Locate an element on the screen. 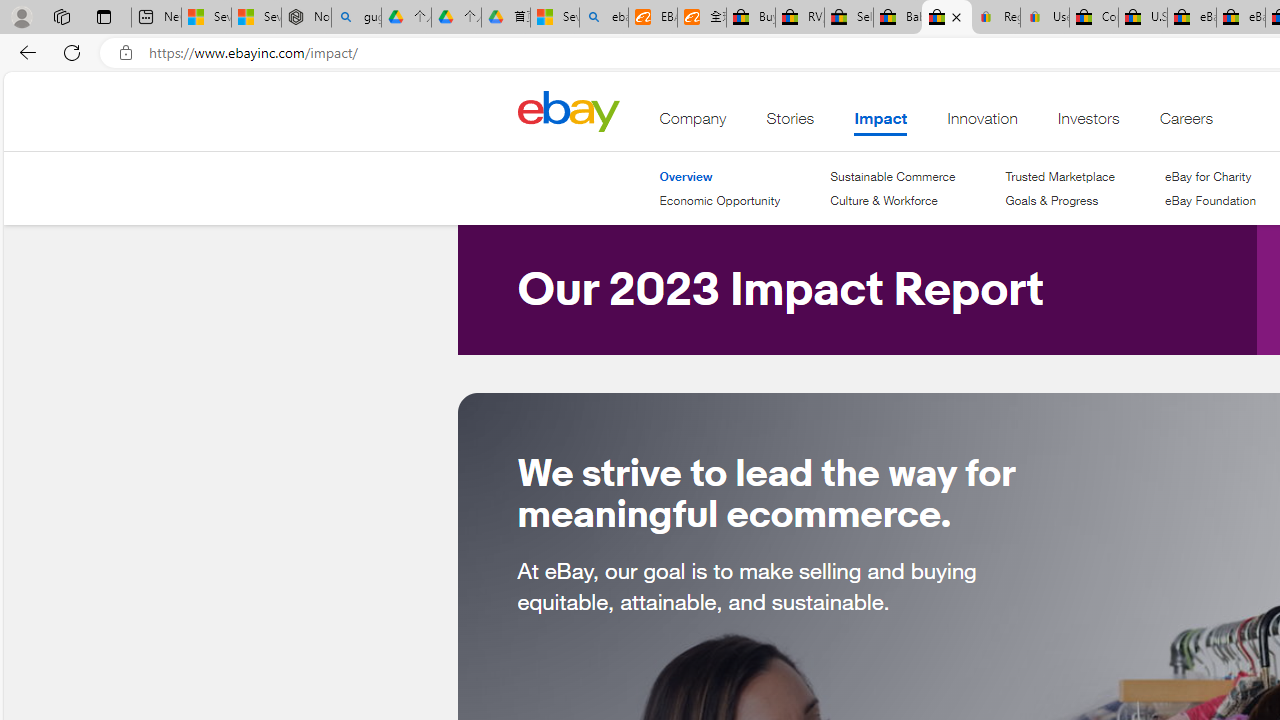 The image size is (1280, 720). 'Goals & Progress' is located at coordinates (1058, 201).